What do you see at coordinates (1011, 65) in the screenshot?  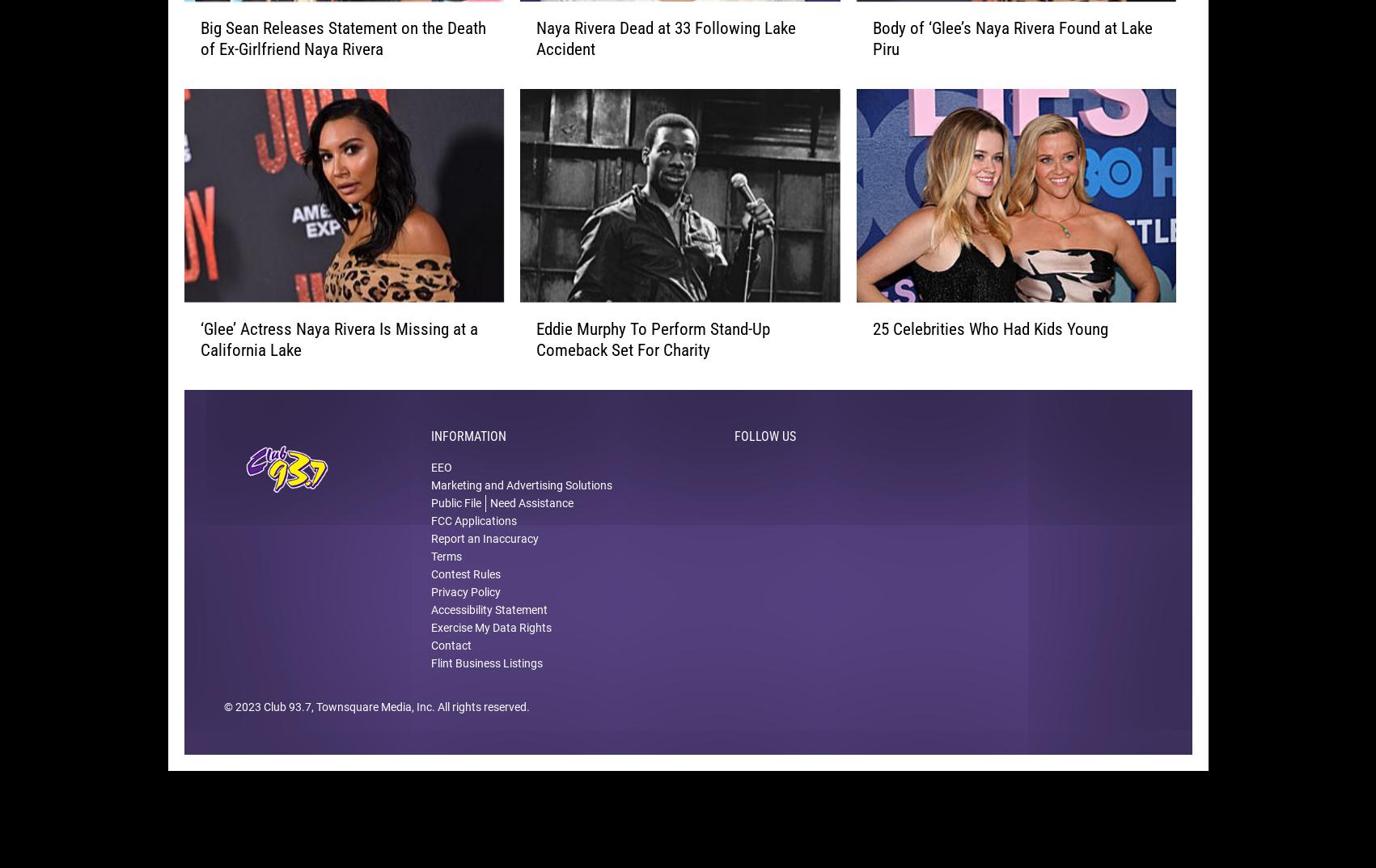 I see `'Body of ‘Glee’s Naya Rivera Found at Lake Piru'` at bounding box center [1011, 65].